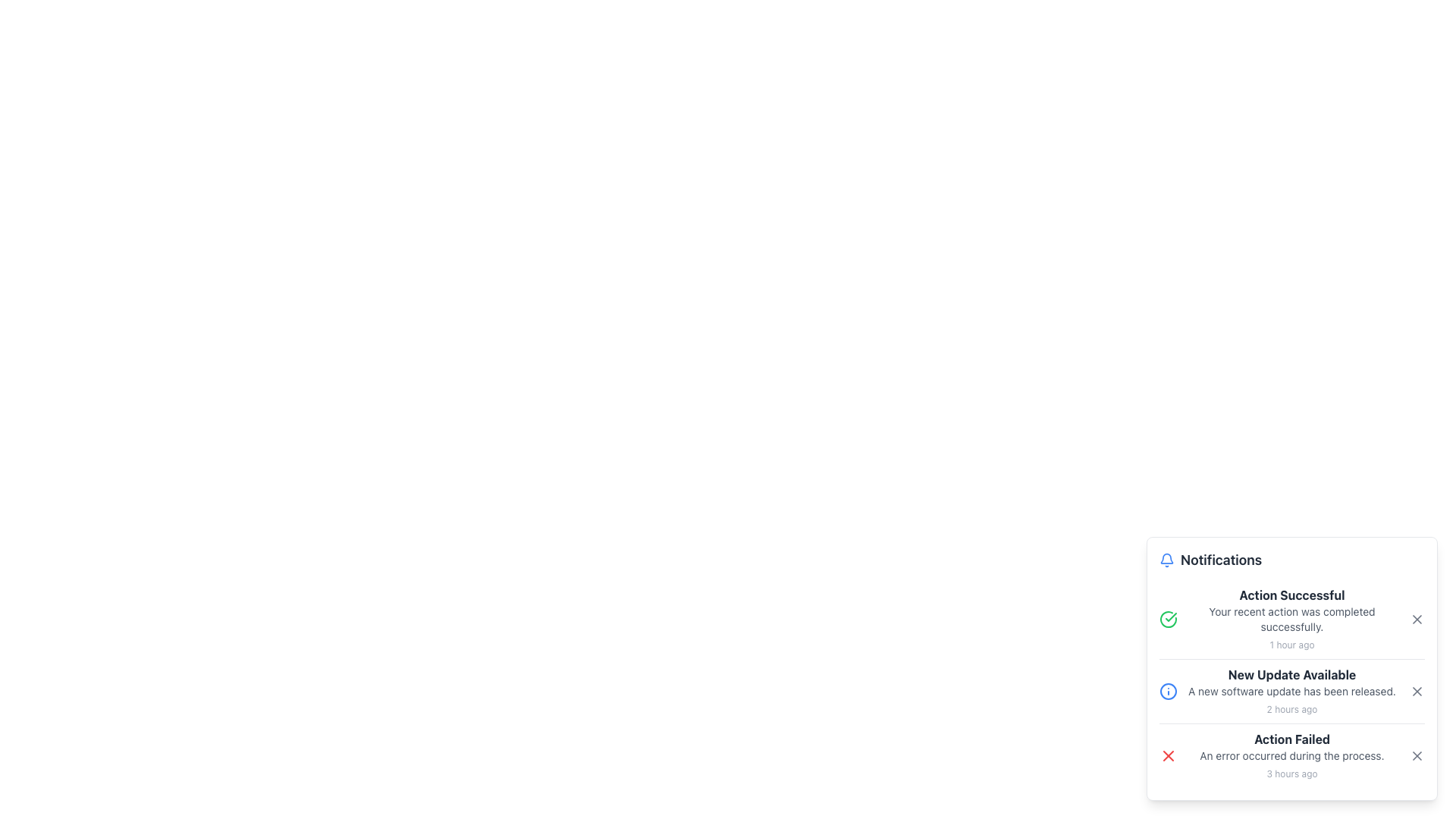  What do you see at coordinates (1291, 709) in the screenshot?
I see `the static text element that reads '2 hours ago', which is located at the bottom-right corner of the 'New Update Available' notification card` at bounding box center [1291, 709].